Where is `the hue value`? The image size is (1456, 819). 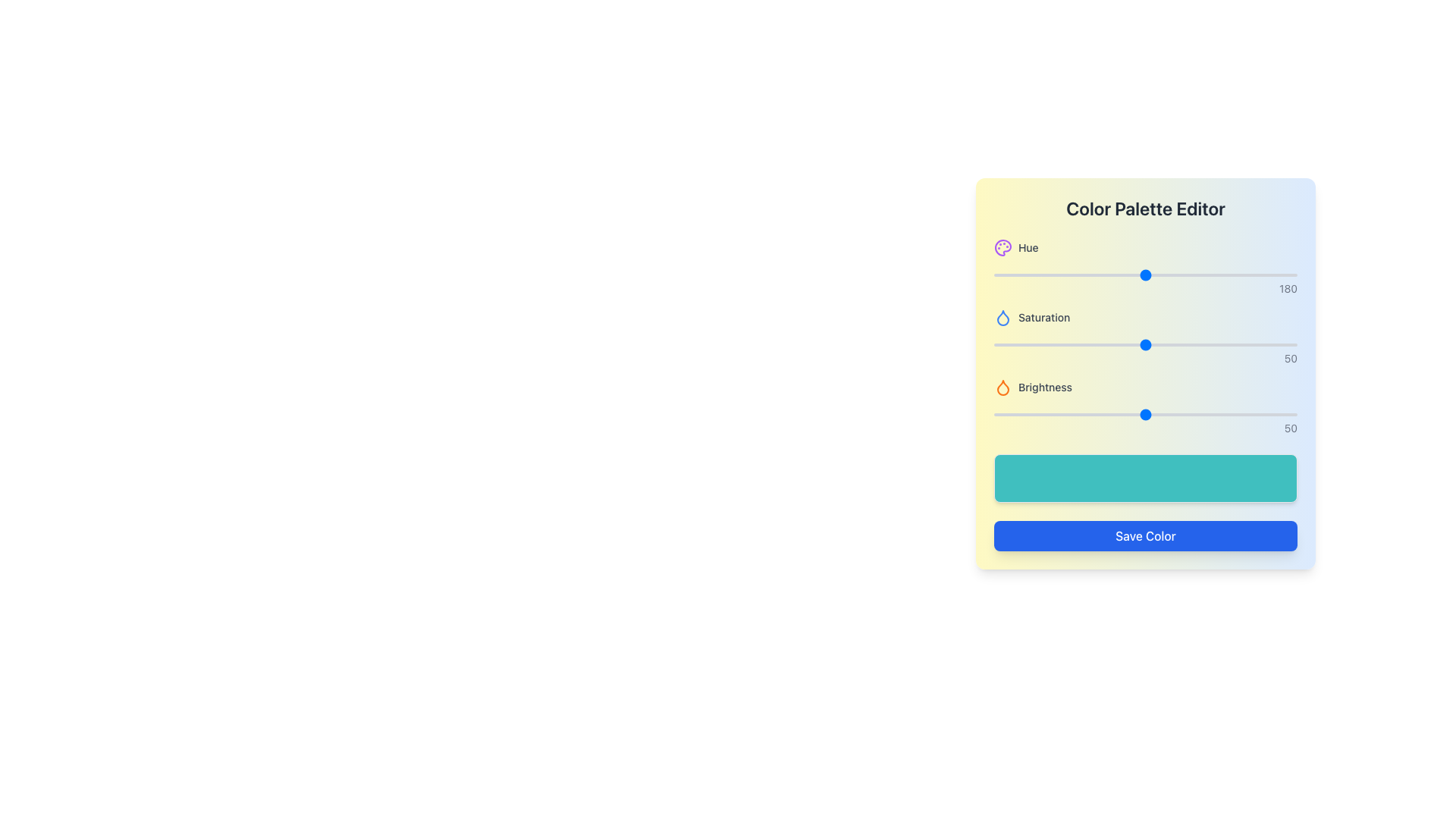 the hue value is located at coordinates (1210, 275).